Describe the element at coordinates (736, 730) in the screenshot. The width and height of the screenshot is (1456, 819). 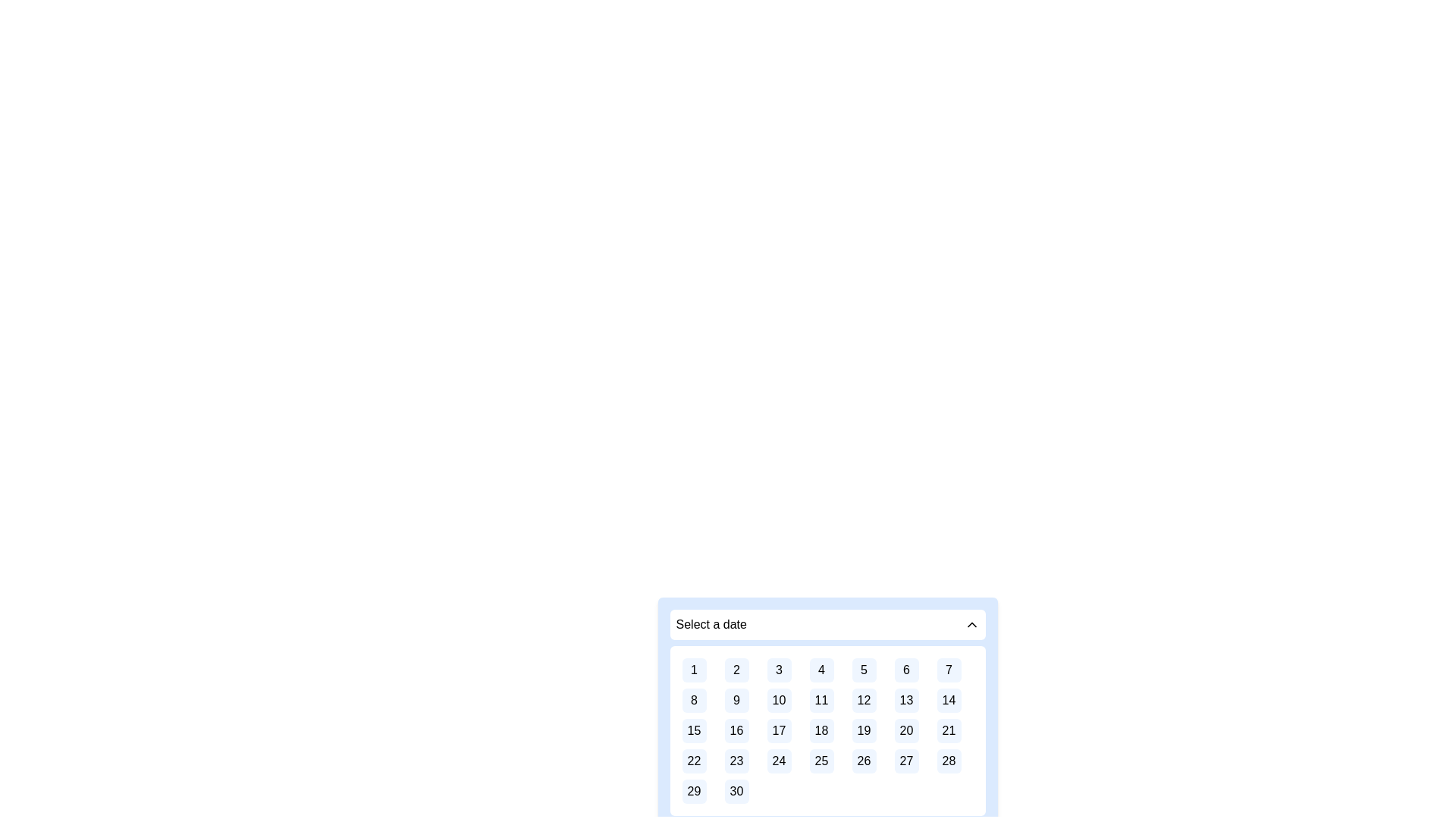
I see `the date selection button representing the date '16' in the calendar interface` at that location.